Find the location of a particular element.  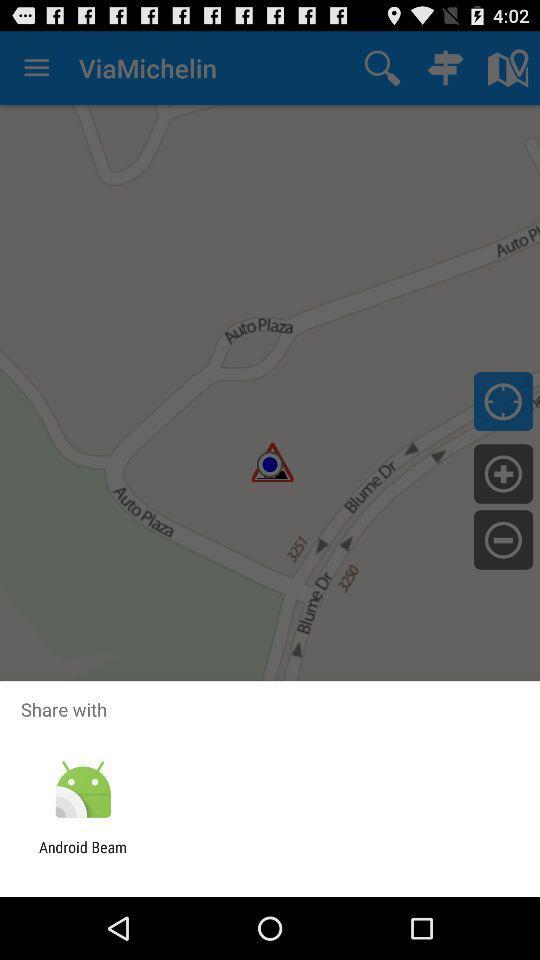

the android beam is located at coordinates (82, 855).